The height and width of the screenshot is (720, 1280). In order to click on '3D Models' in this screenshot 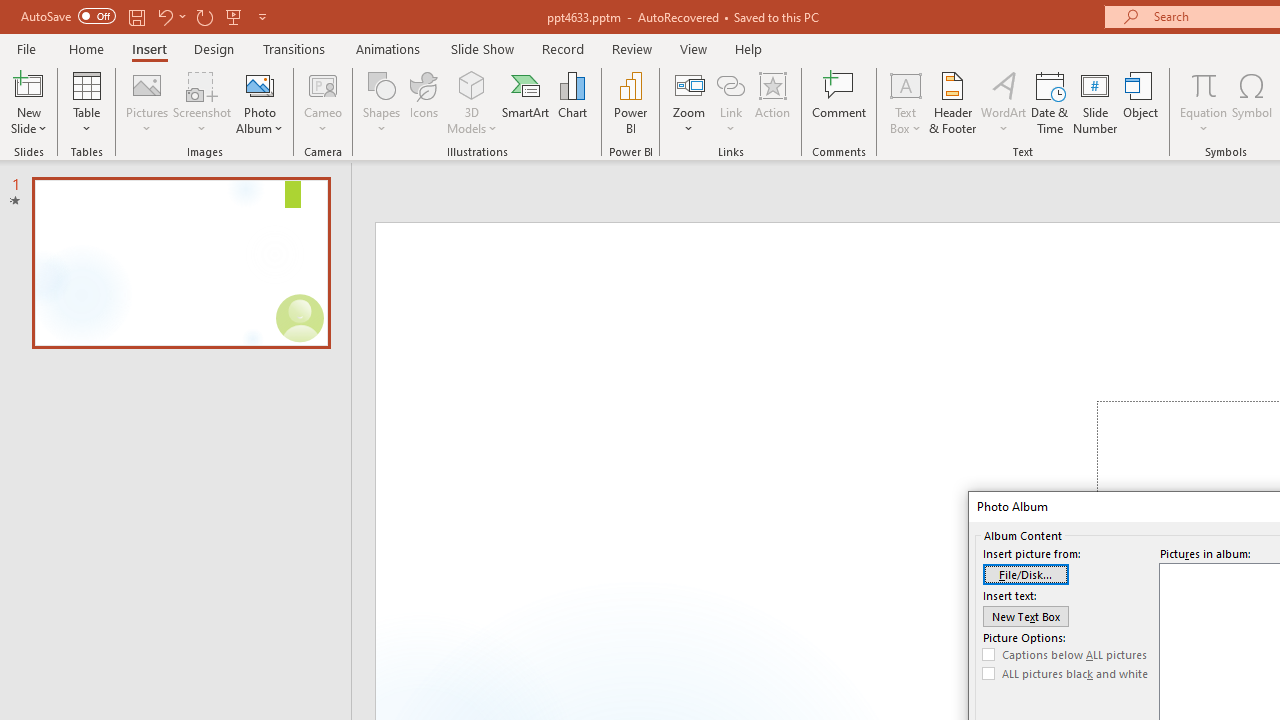, I will do `click(471, 84)`.